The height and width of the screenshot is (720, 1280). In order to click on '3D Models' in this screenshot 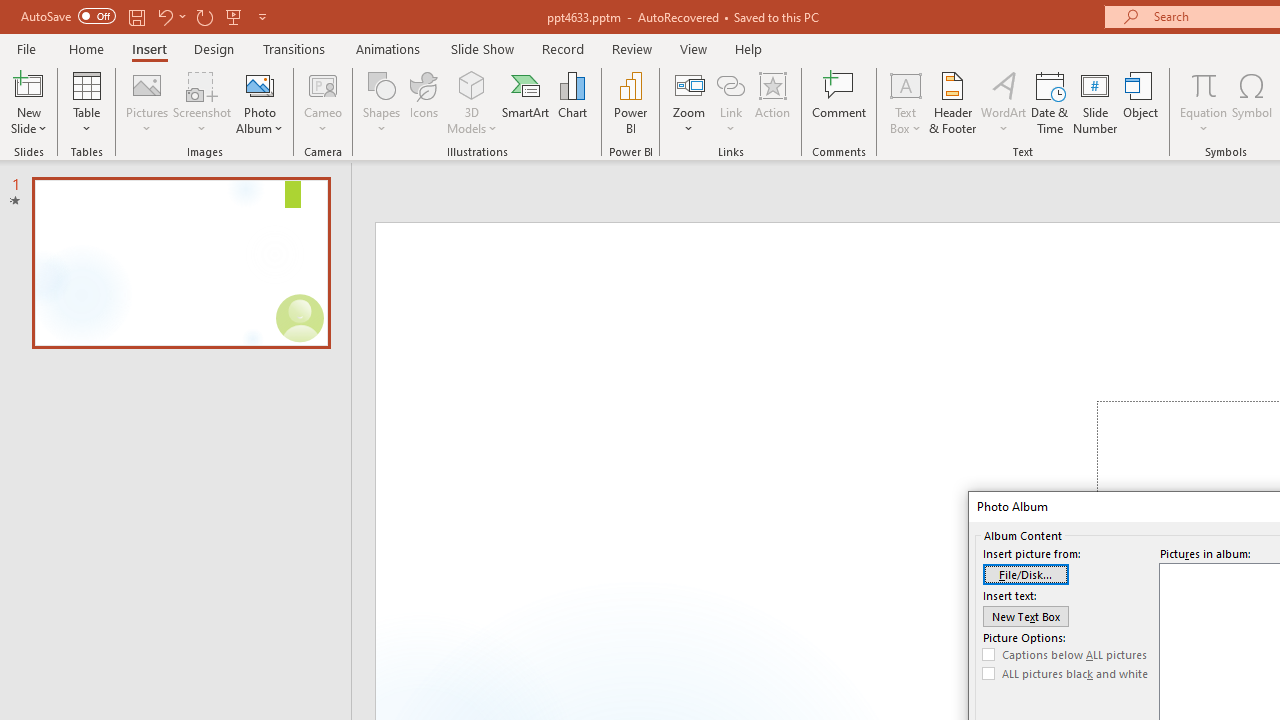, I will do `click(471, 84)`.